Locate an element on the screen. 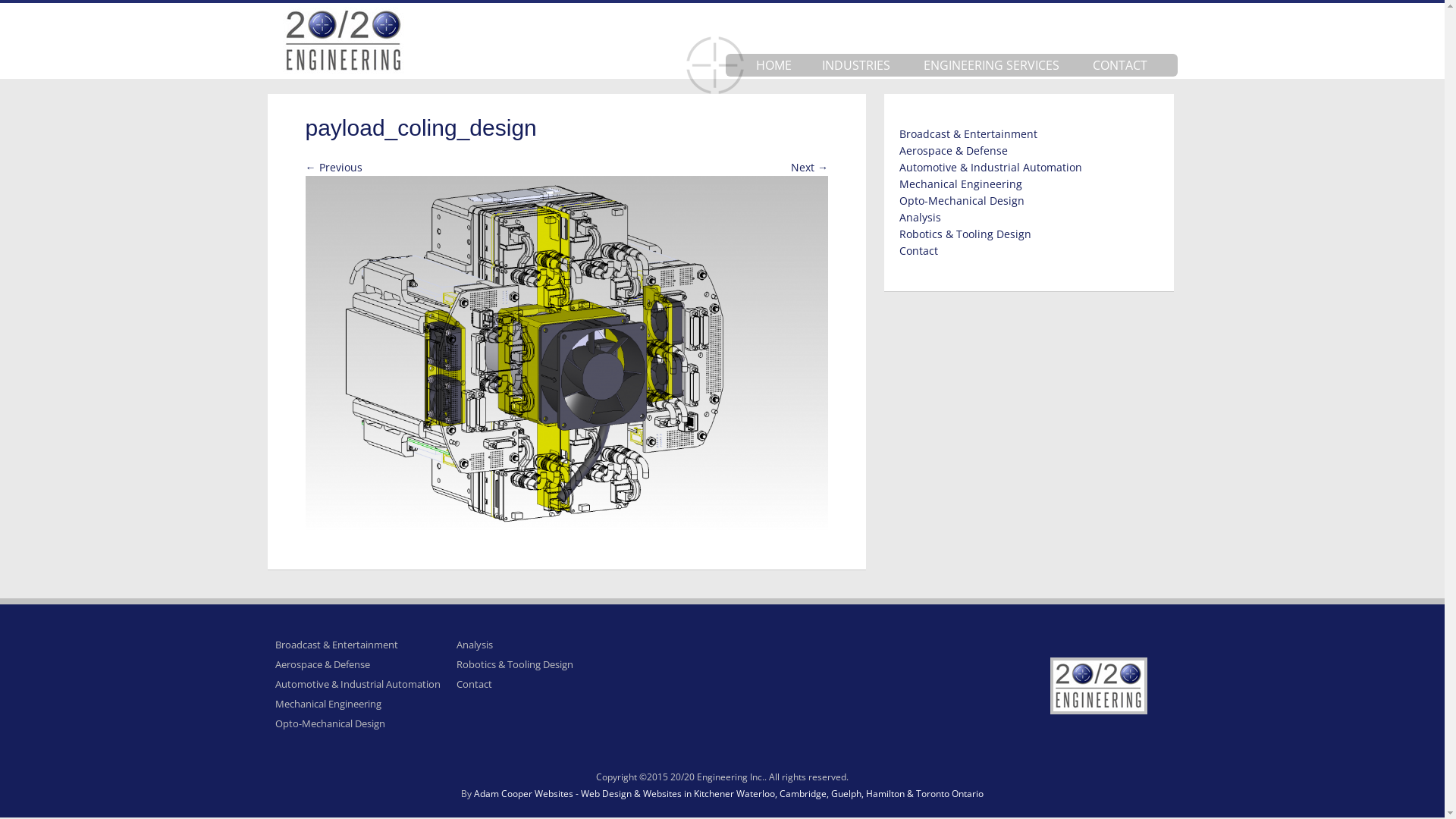  'Aerospace & Defense' is located at coordinates (274, 663).